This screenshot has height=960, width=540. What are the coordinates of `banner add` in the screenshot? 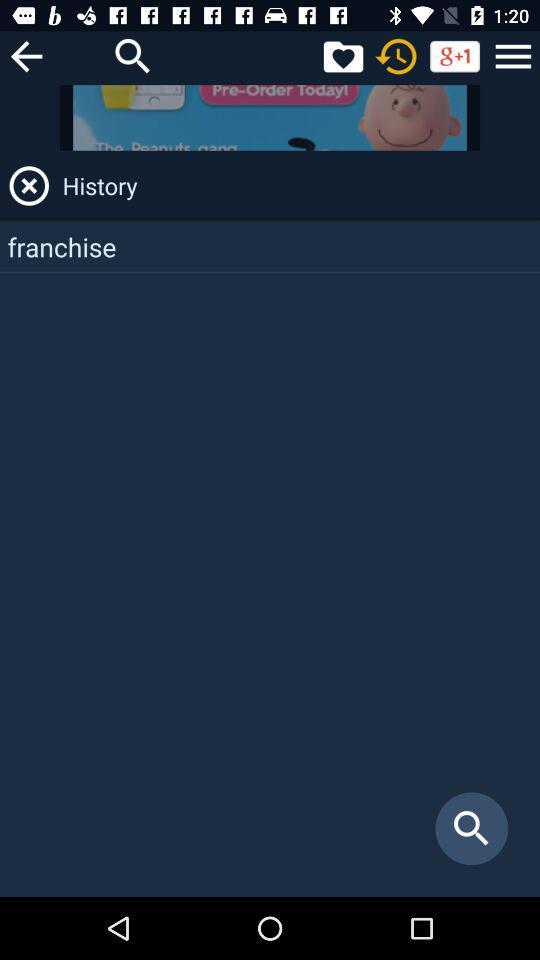 It's located at (270, 117).